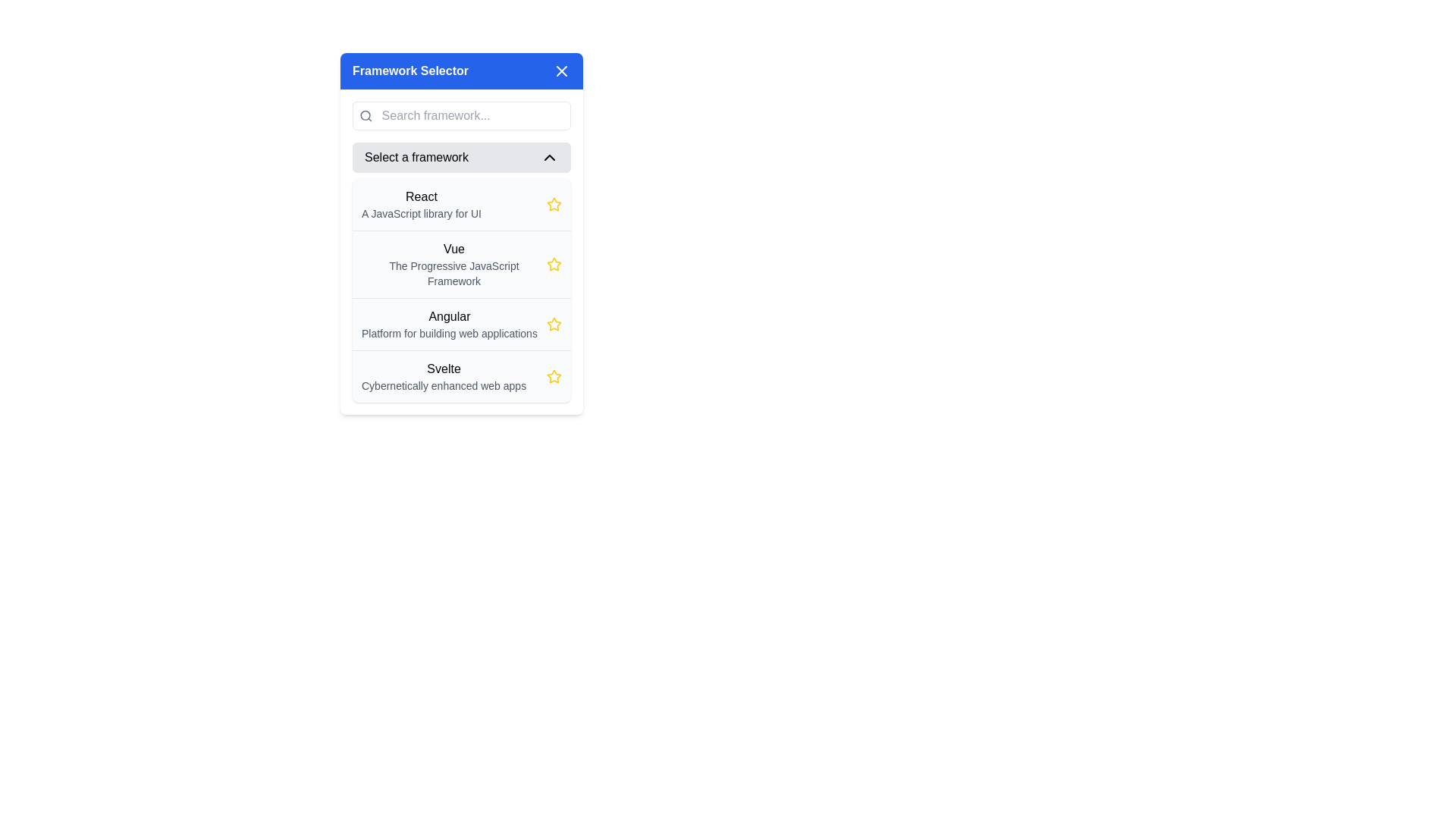 The image size is (1456, 819). What do you see at coordinates (553, 263) in the screenshot?
I see `the five-pointed star icon with a yellow fill color located on the right side of the 'Vue' option in the framework selection list to favorite the associated framework` at bounding box center [553, 263].